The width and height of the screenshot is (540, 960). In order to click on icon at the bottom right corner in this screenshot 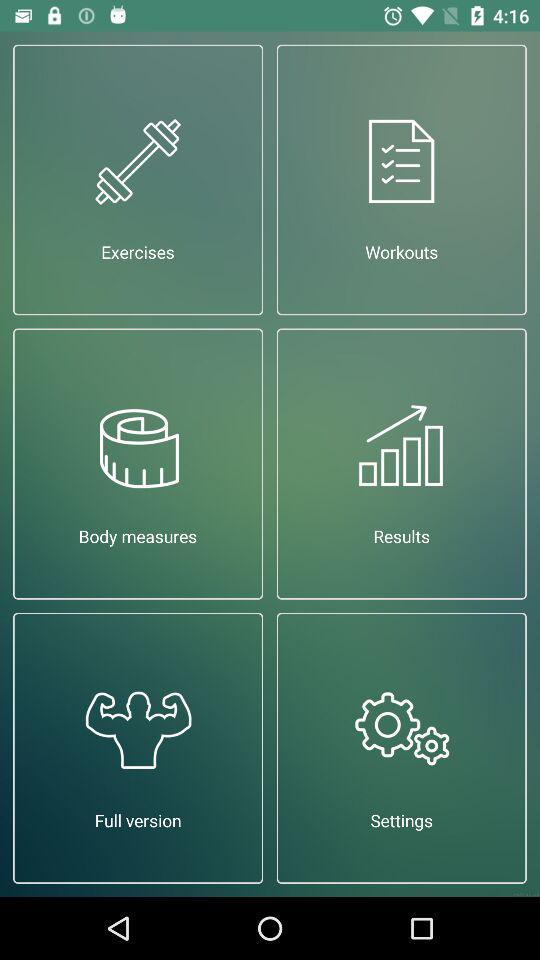, I will do `click(401, 747)`.